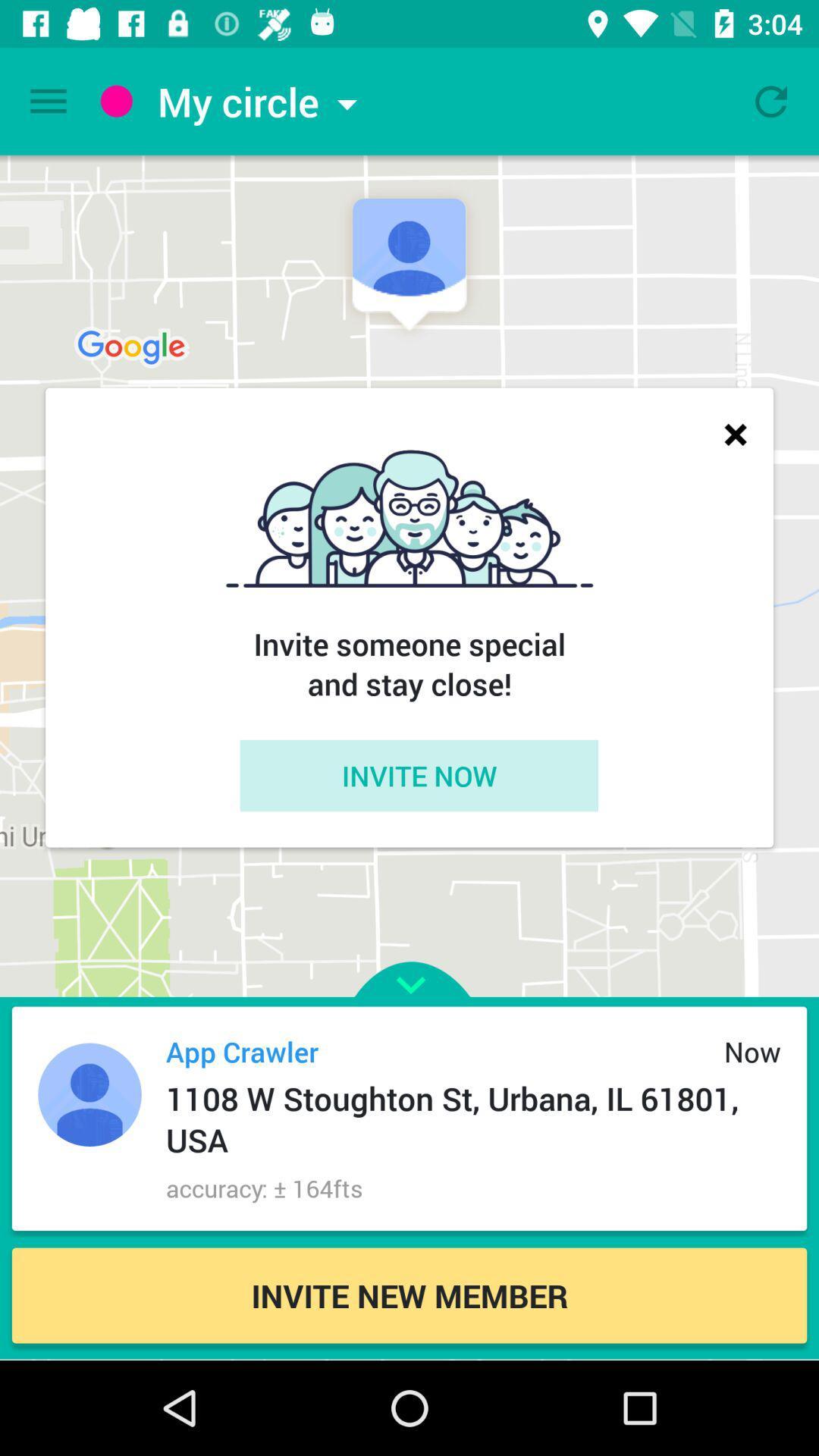  I want to click on the icon below invite now item, so click(409, 956).